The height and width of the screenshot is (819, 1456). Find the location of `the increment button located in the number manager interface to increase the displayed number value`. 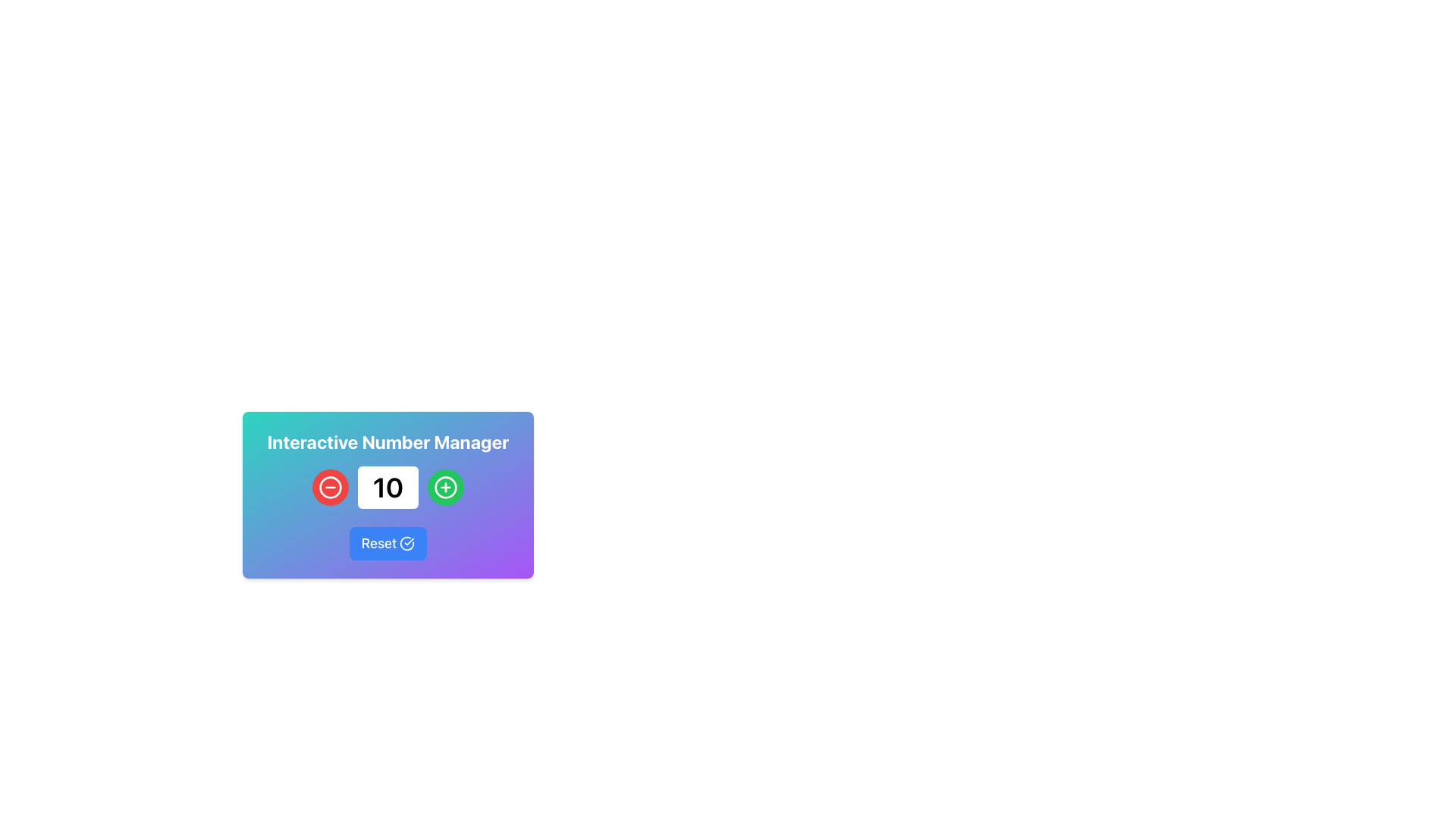

the increment button located in the number manager interface to increase the displayed number value is located at coordinates (445, 488).